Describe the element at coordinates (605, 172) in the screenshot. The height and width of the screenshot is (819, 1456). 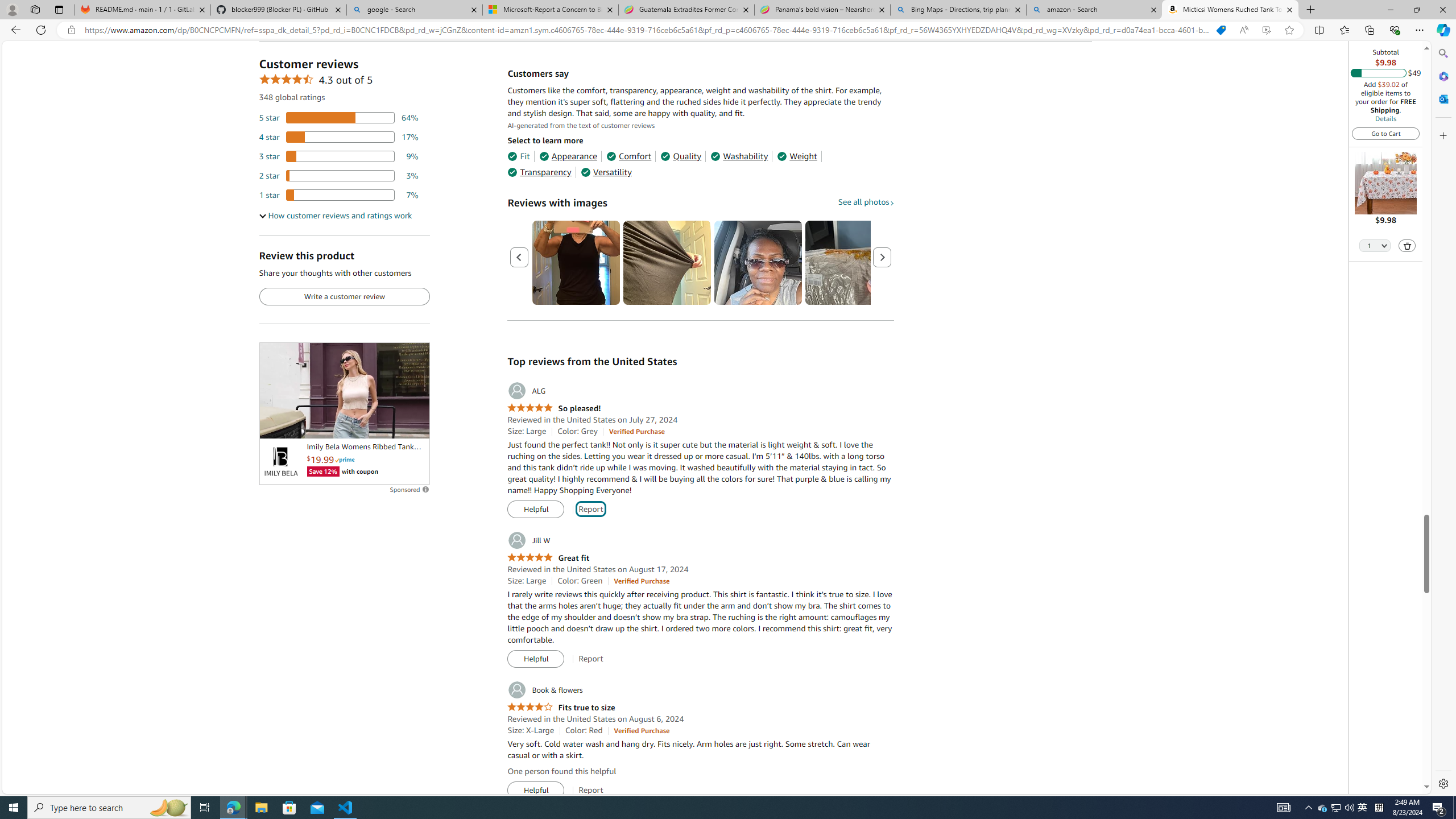
I see `'Versatility'` at that location.